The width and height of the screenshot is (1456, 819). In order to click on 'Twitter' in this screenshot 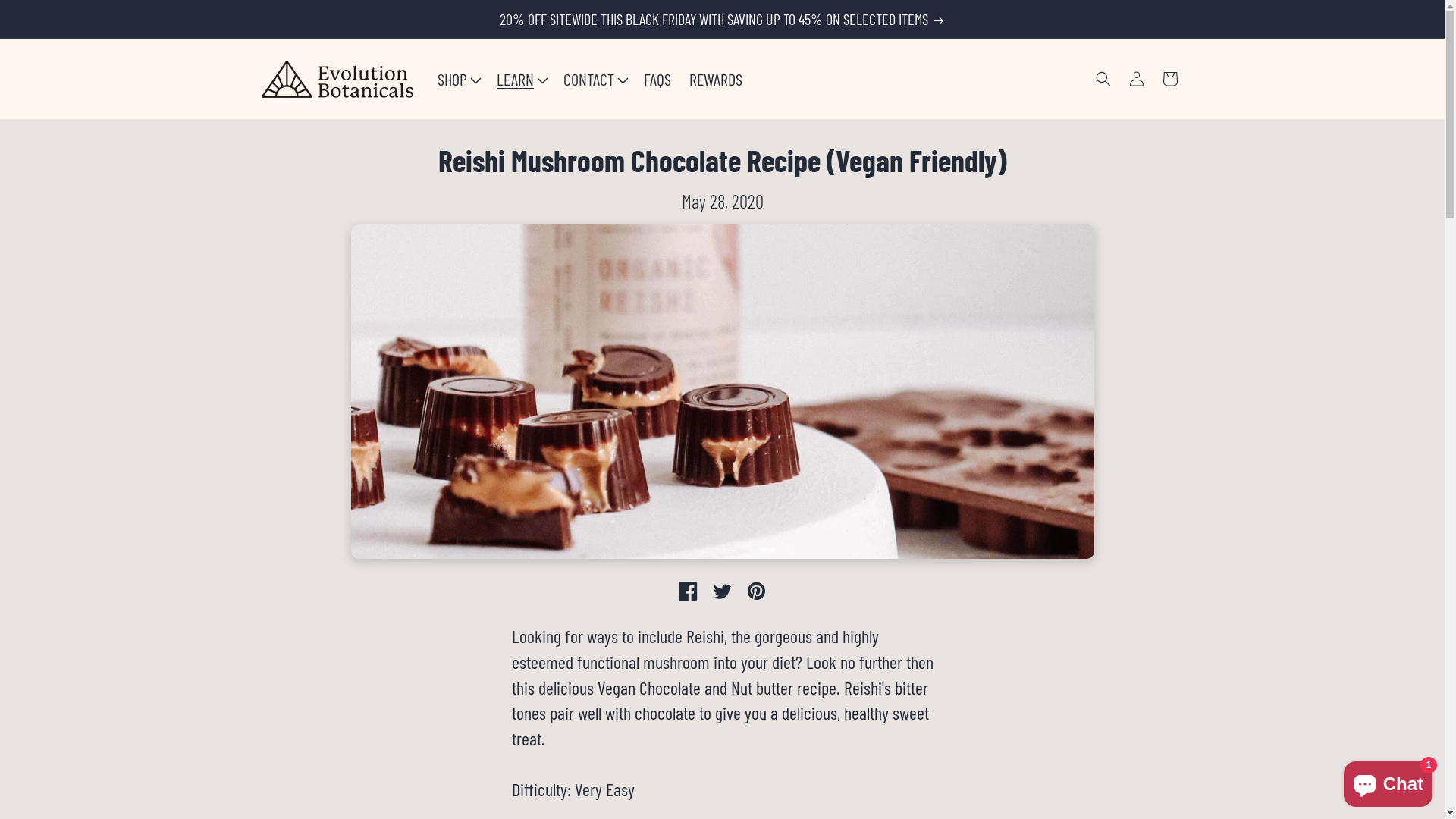, I will do `click(721, 590)`.